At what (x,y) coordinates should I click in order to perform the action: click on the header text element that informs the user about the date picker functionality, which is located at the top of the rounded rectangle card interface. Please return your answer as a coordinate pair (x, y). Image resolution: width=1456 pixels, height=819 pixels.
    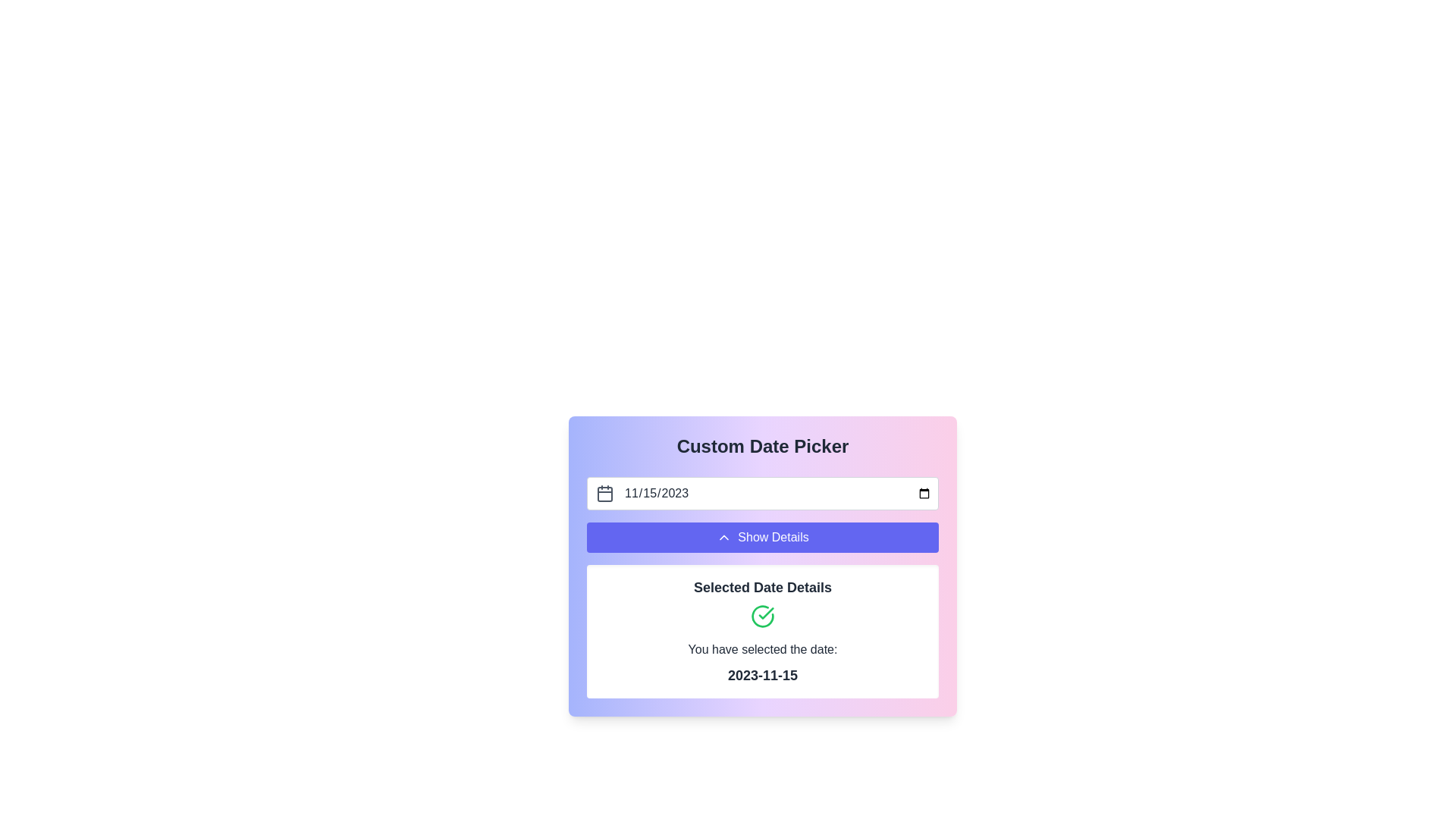
    Looking at the image, I should click on (763, 446).